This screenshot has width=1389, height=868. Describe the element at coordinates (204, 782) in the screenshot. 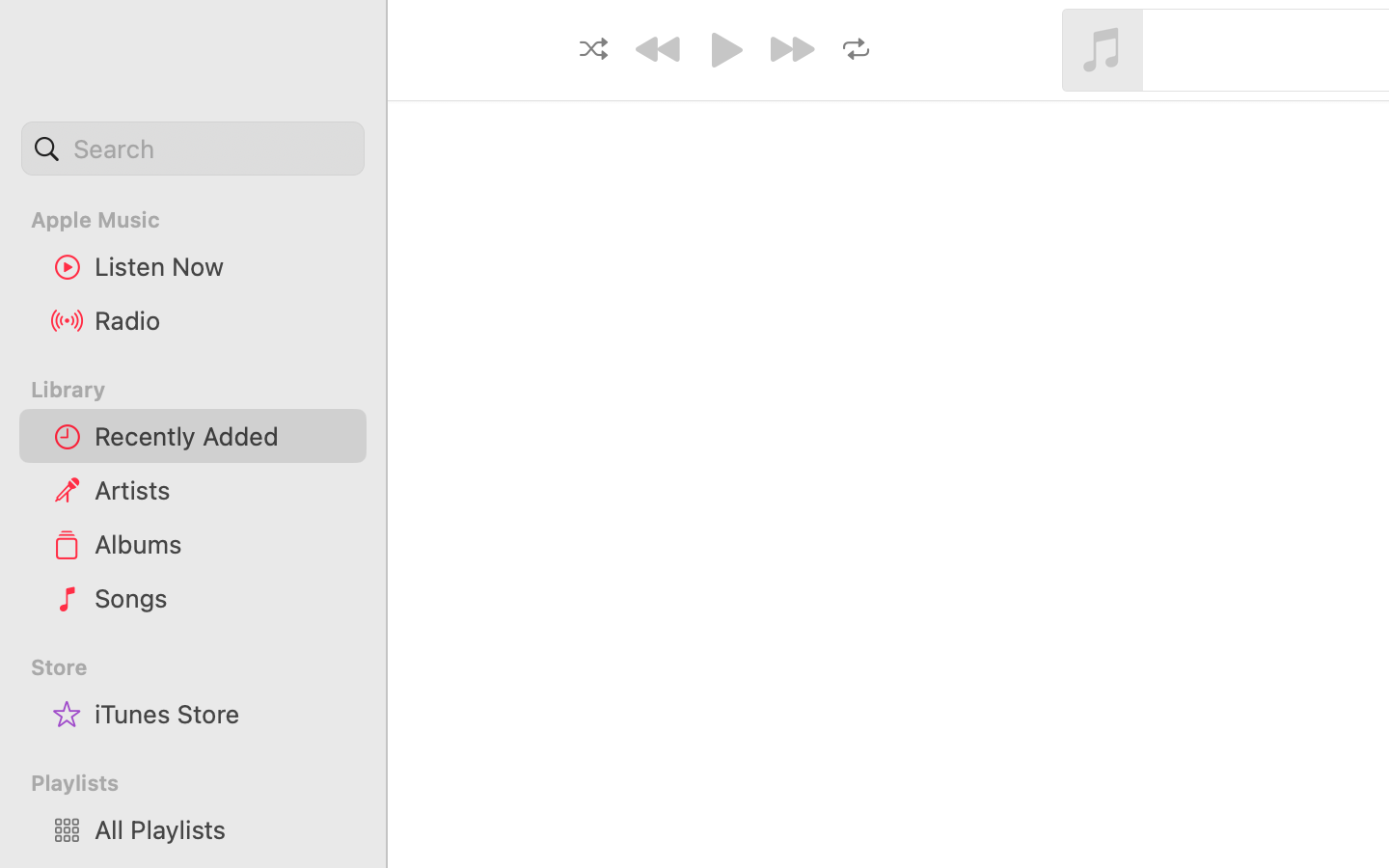

I see `'Playlists'` at that location.